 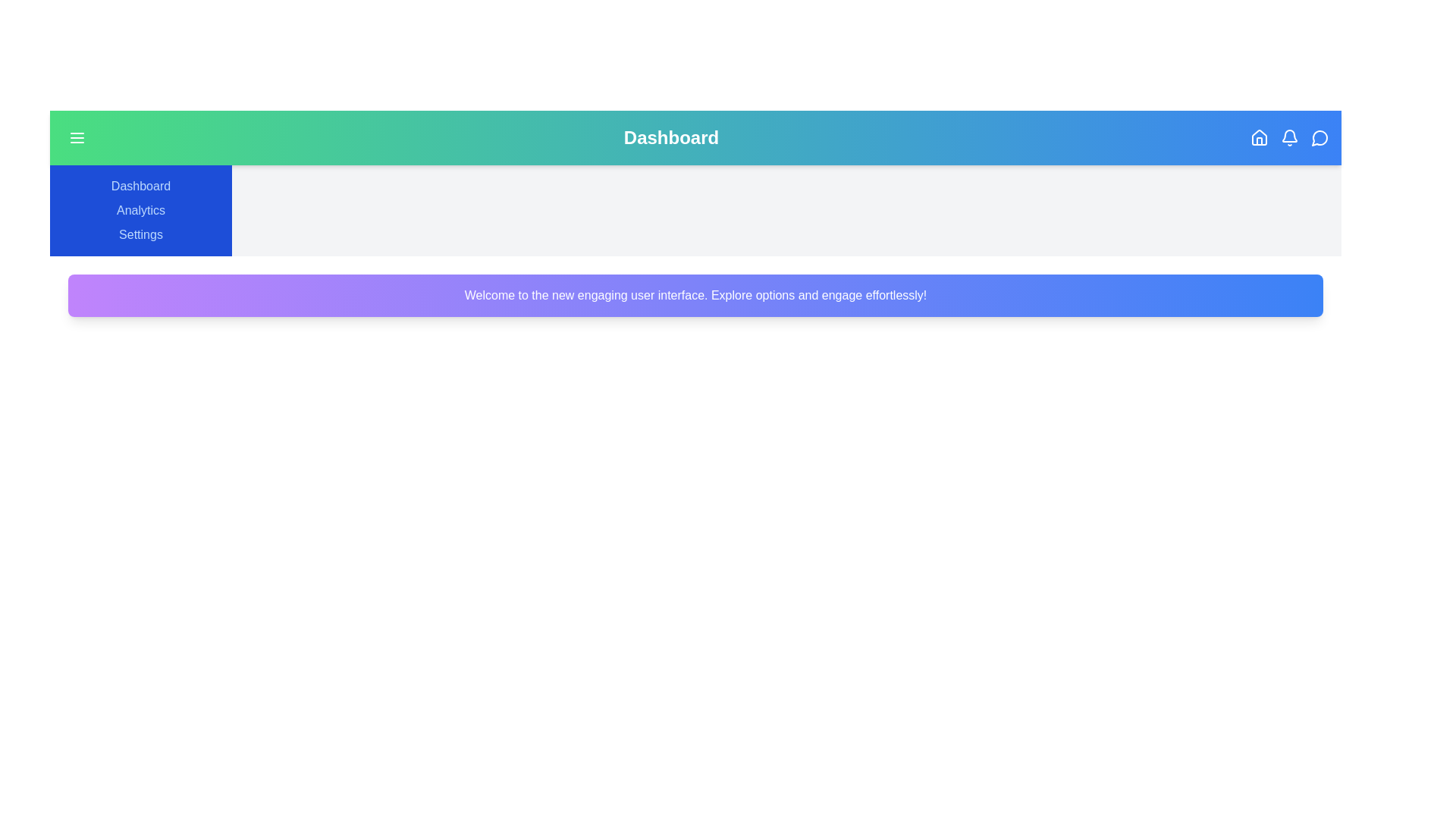 What do you see at coordinates (1259, 137) in the screenshot?
I see `the 'Home' icon in the top bar` at bounding box center [1259, 137].